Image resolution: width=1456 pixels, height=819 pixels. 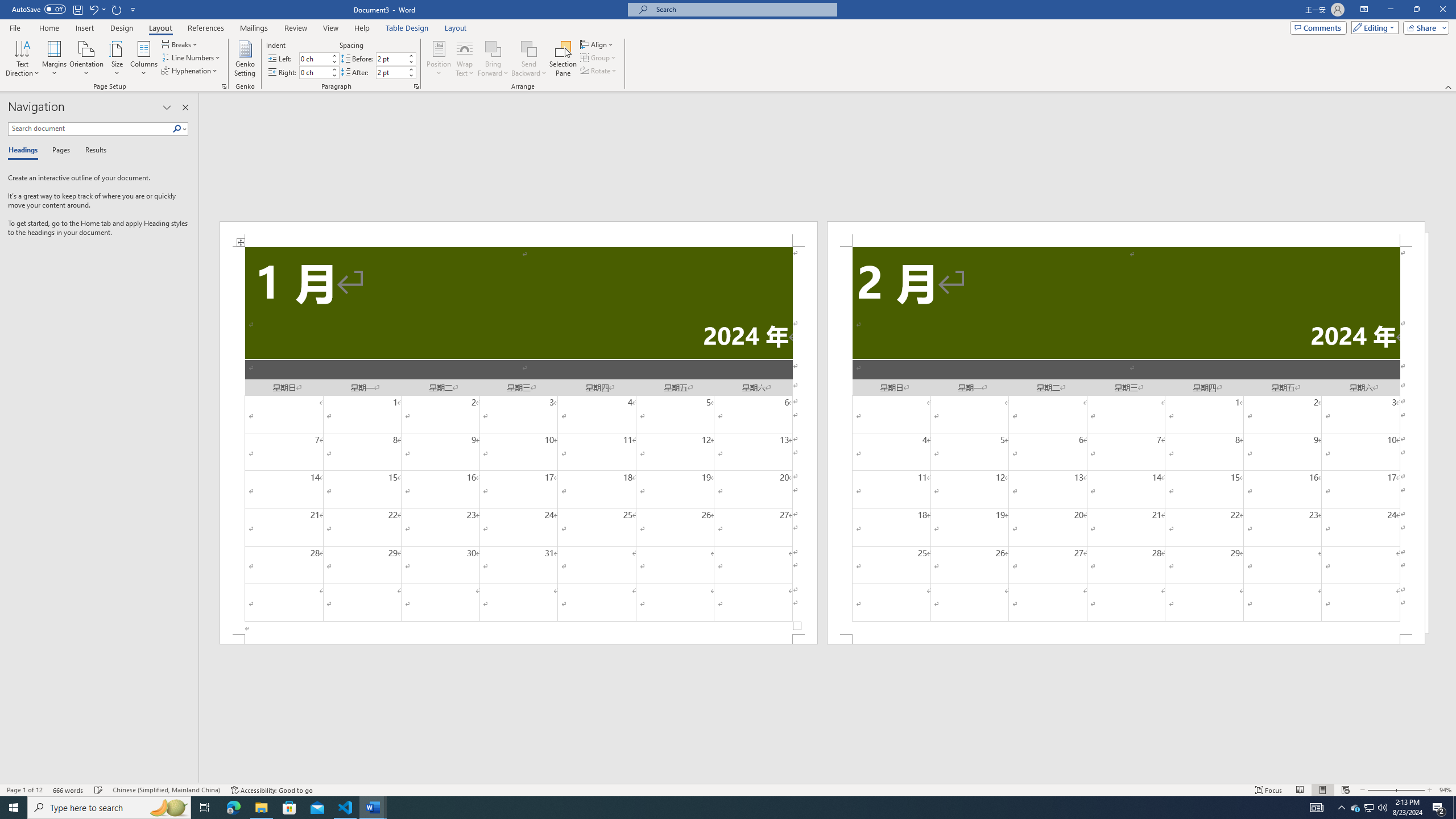 What do you see at coordinates (464, 59) in the screenshot?
I see `'Wrap Text'` at bounding box center [464, 59].